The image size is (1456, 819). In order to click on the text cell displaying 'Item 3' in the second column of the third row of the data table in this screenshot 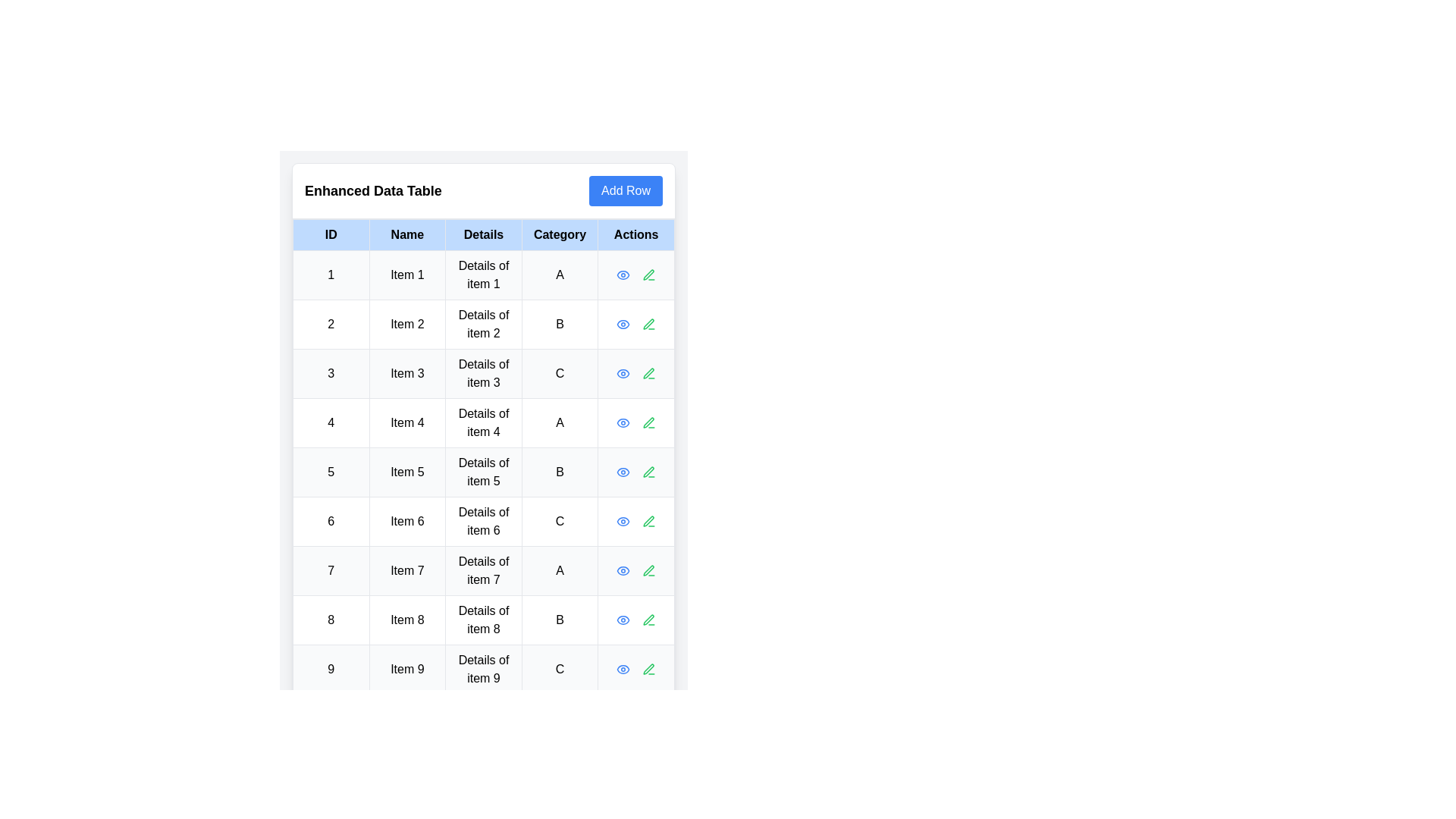, I will do `click(407, 374)`.